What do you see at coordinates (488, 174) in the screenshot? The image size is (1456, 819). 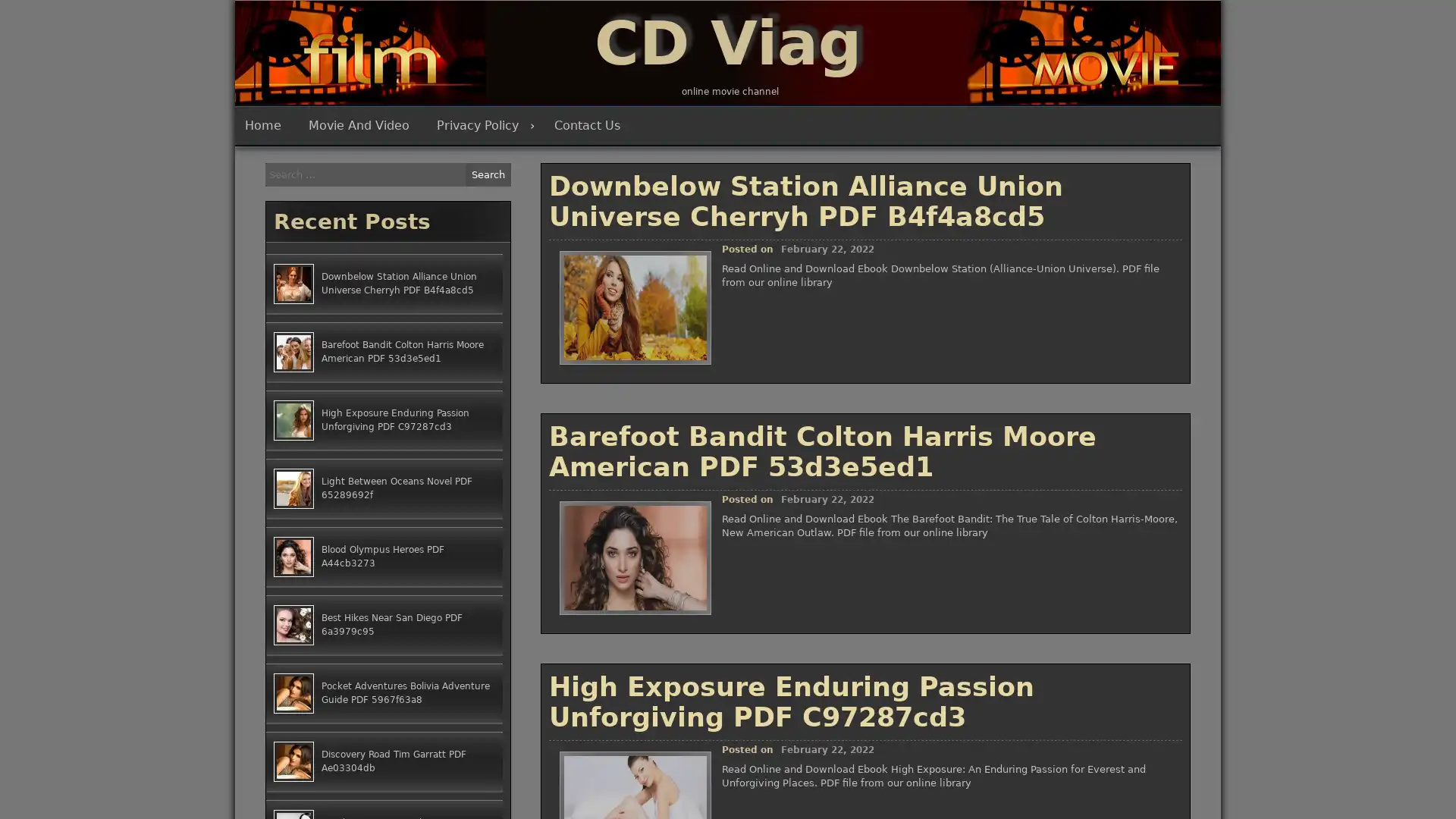 I see `Search` at bounding box center [488, 174].